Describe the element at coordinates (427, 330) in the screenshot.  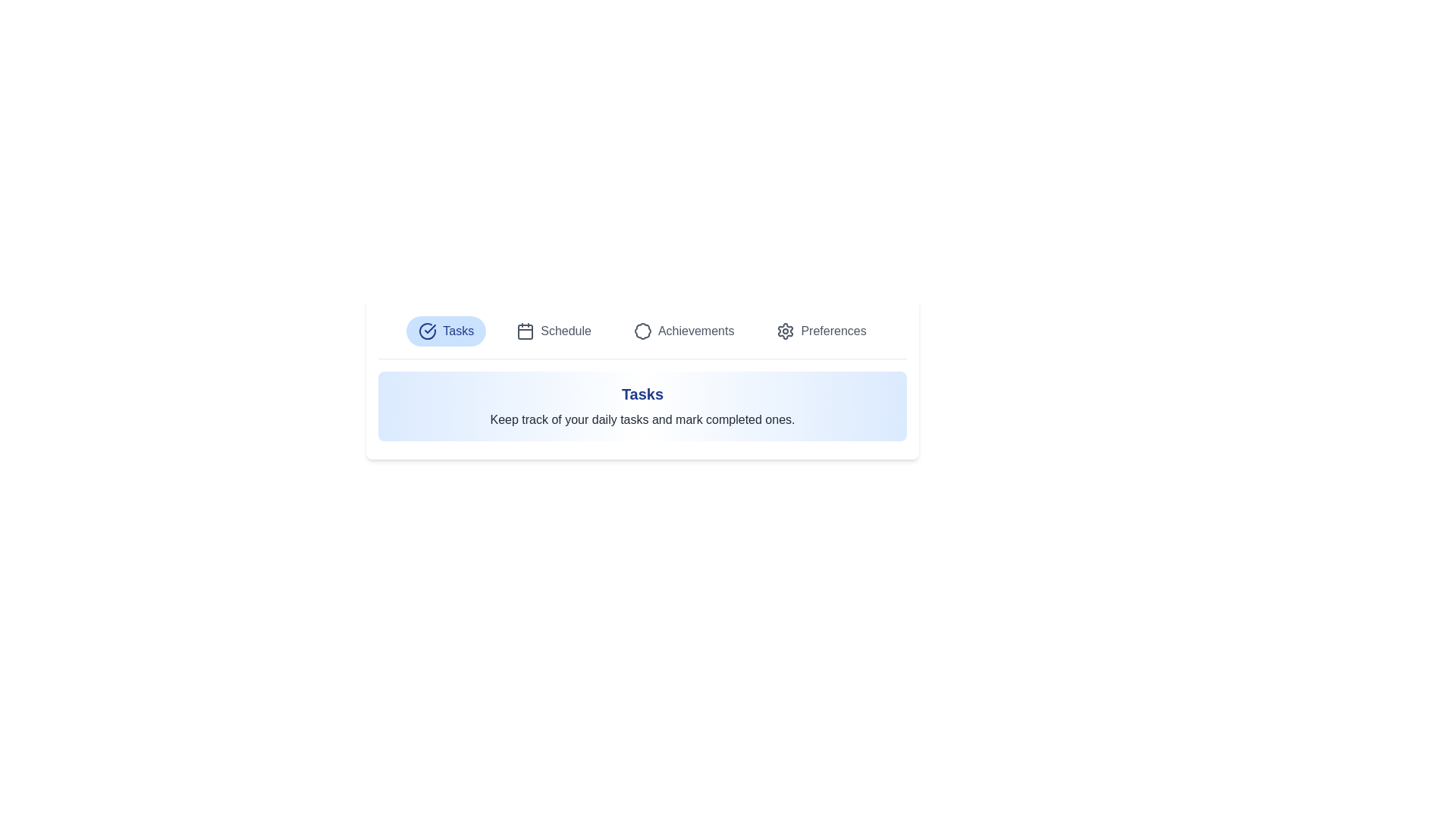
I see `the decorative icon that indicates the 'Tasks' section is selected, located on the left side inside the 'Tasks' button at the top of the card interface` at that location.